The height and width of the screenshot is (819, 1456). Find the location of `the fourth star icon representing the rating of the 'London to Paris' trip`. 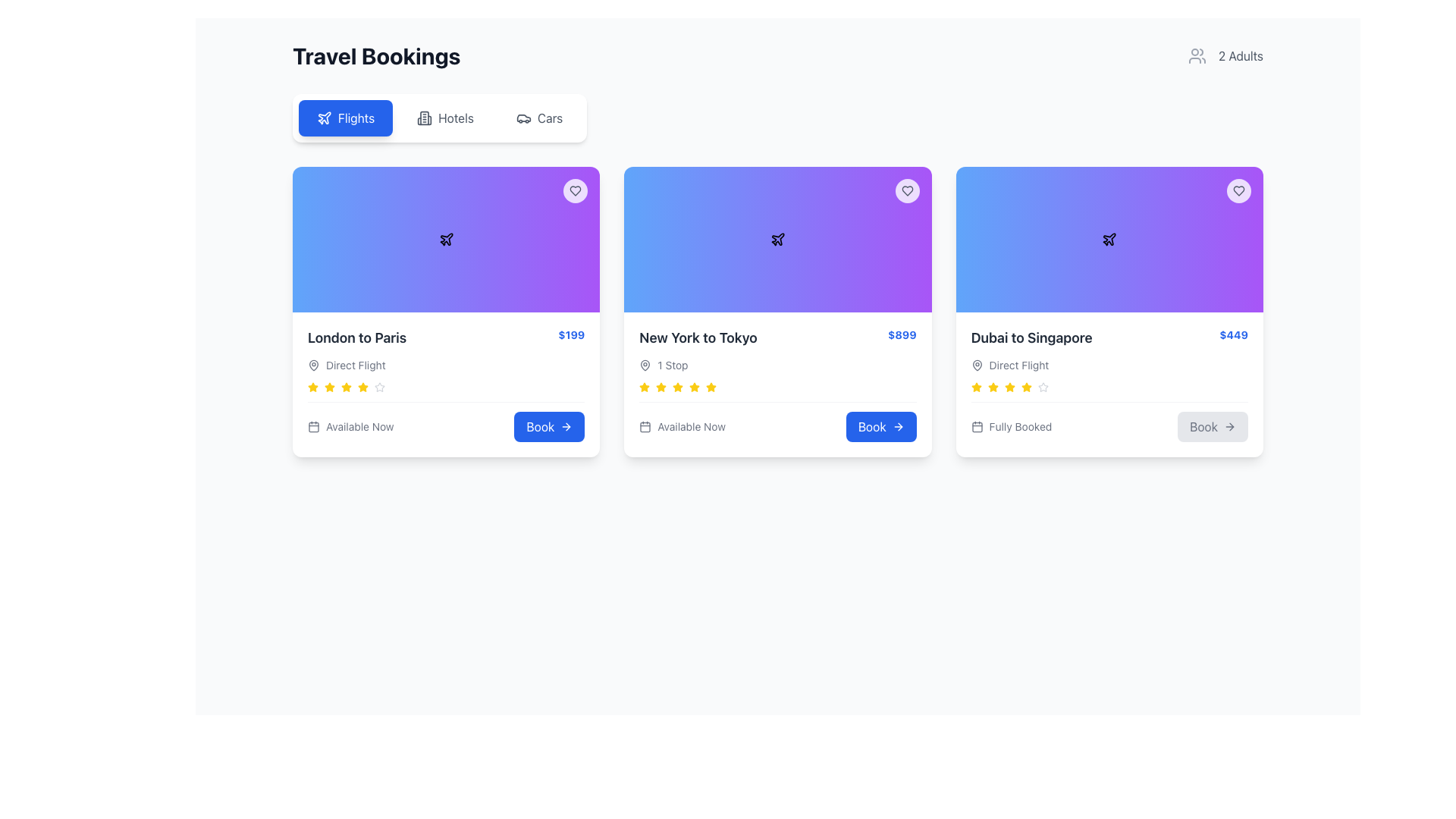

the fourth star icon representing the rating of the 'London to Paris' trip is located at coordinates (312, 386).